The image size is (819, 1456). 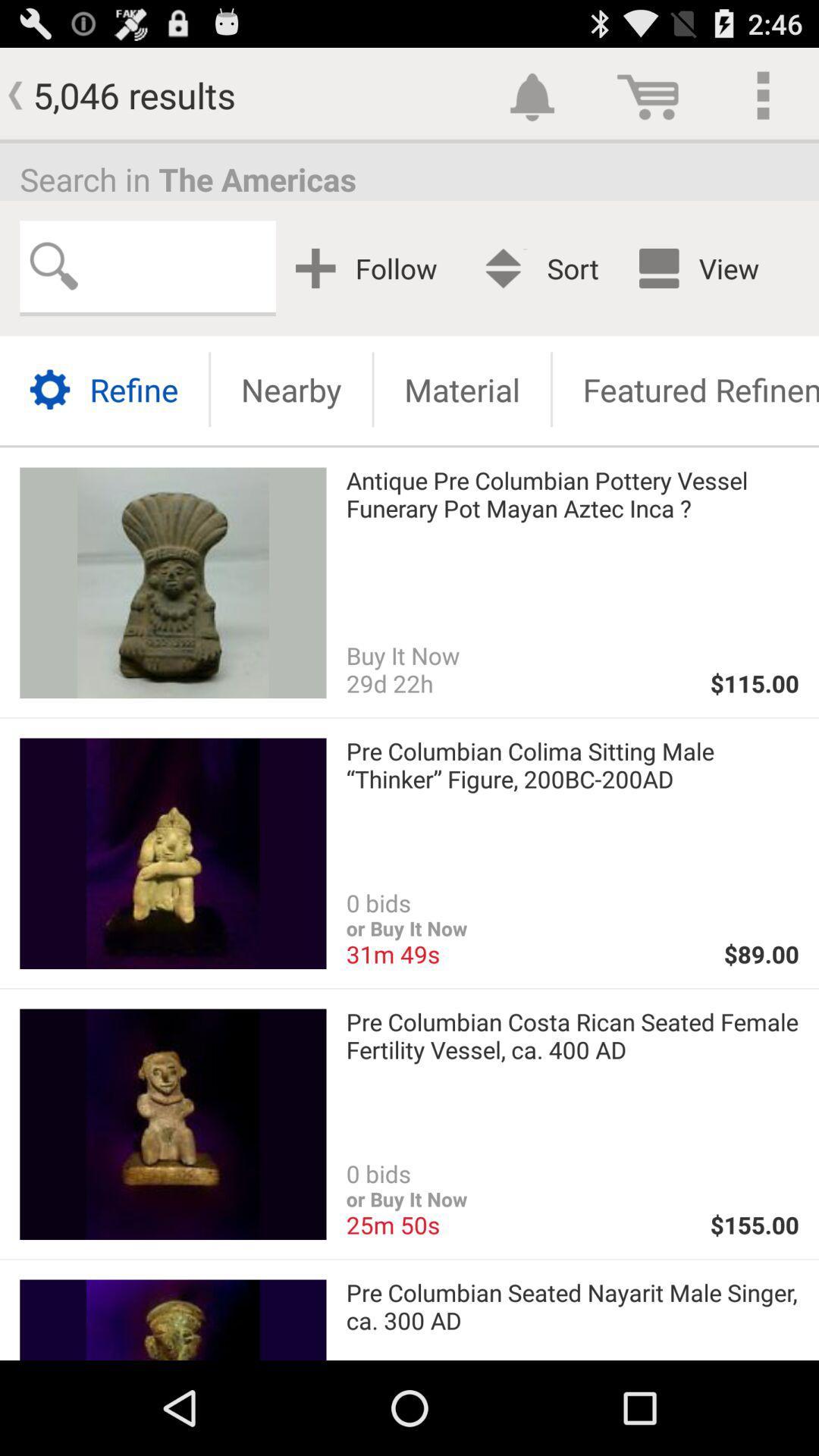 What do you see at coordinates (291, 389) in the screenshot?
I see `nearby icon` at bounding box center [291, 389].